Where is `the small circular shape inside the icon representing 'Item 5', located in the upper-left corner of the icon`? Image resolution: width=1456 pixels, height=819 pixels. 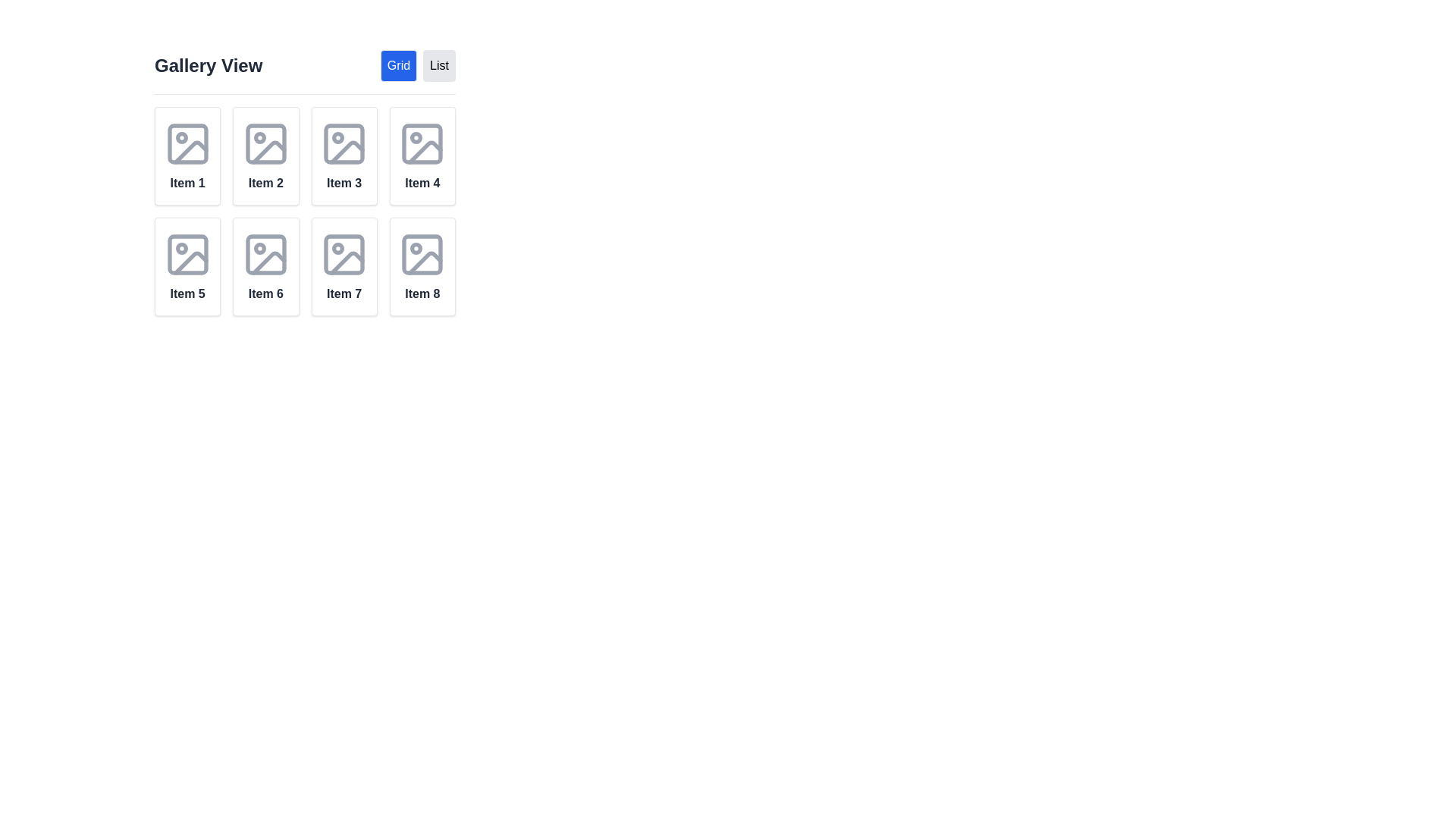
the small circular shape inside the icon representing 'Item 5', located in the upper-left corner of the icon is located at coordinates (181, 247).